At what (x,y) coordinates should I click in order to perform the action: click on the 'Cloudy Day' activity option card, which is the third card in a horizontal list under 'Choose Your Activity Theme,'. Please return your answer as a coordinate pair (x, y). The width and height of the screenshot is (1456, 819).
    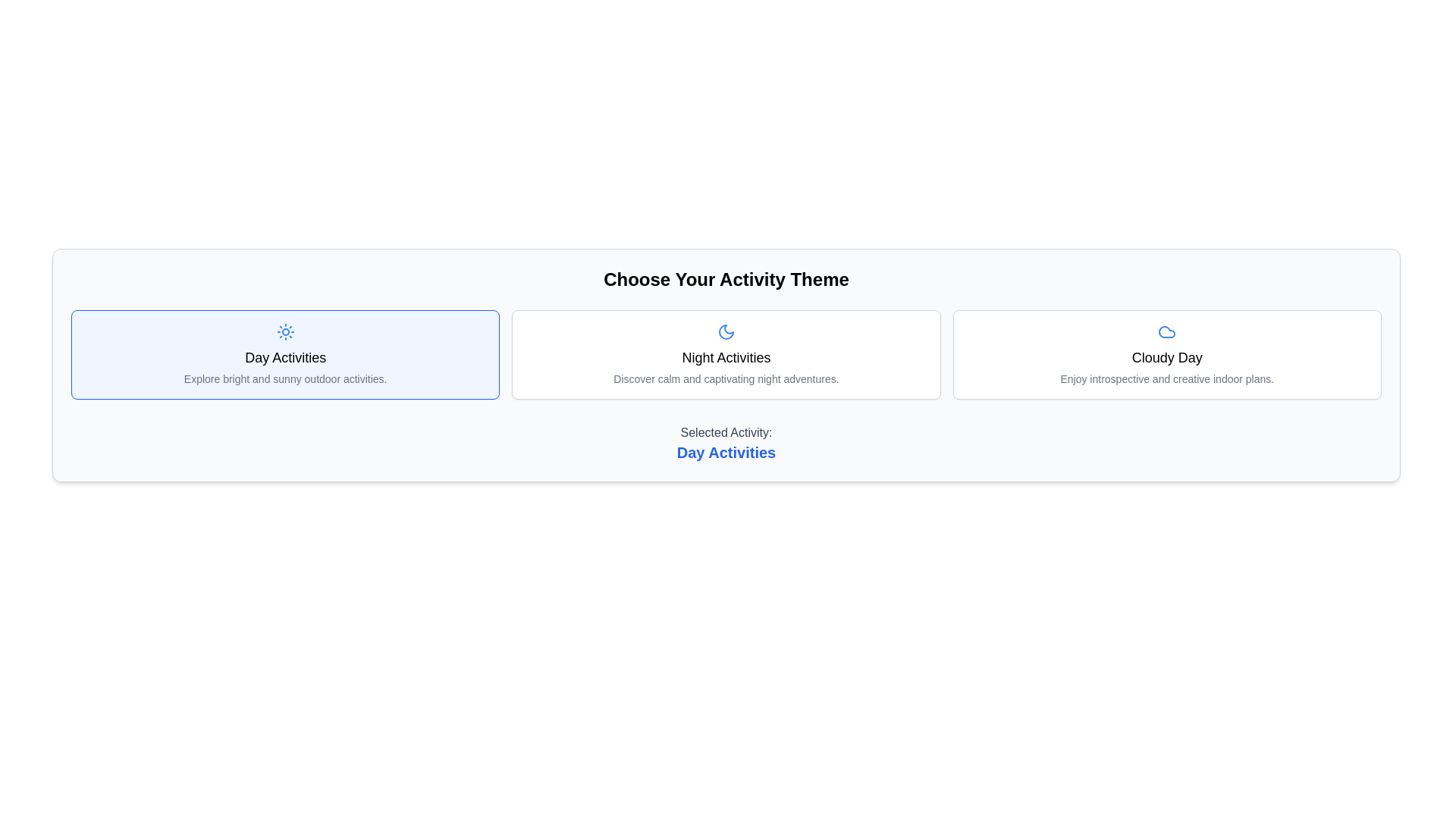
    Looking at the image, I should click on (1166, 354).